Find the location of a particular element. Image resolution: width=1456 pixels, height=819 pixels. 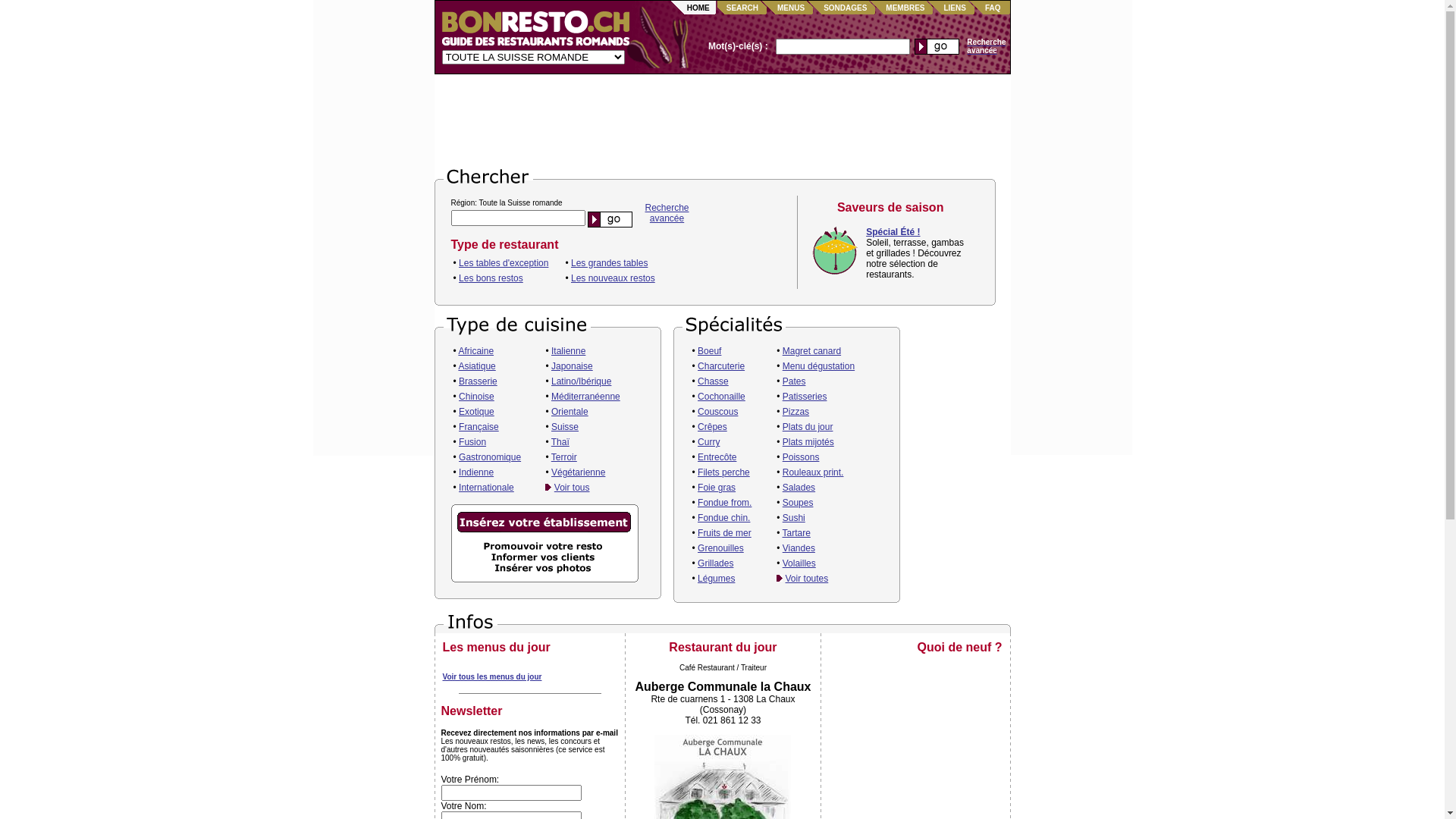

'FAQ' is located at coordinates (985, 7).